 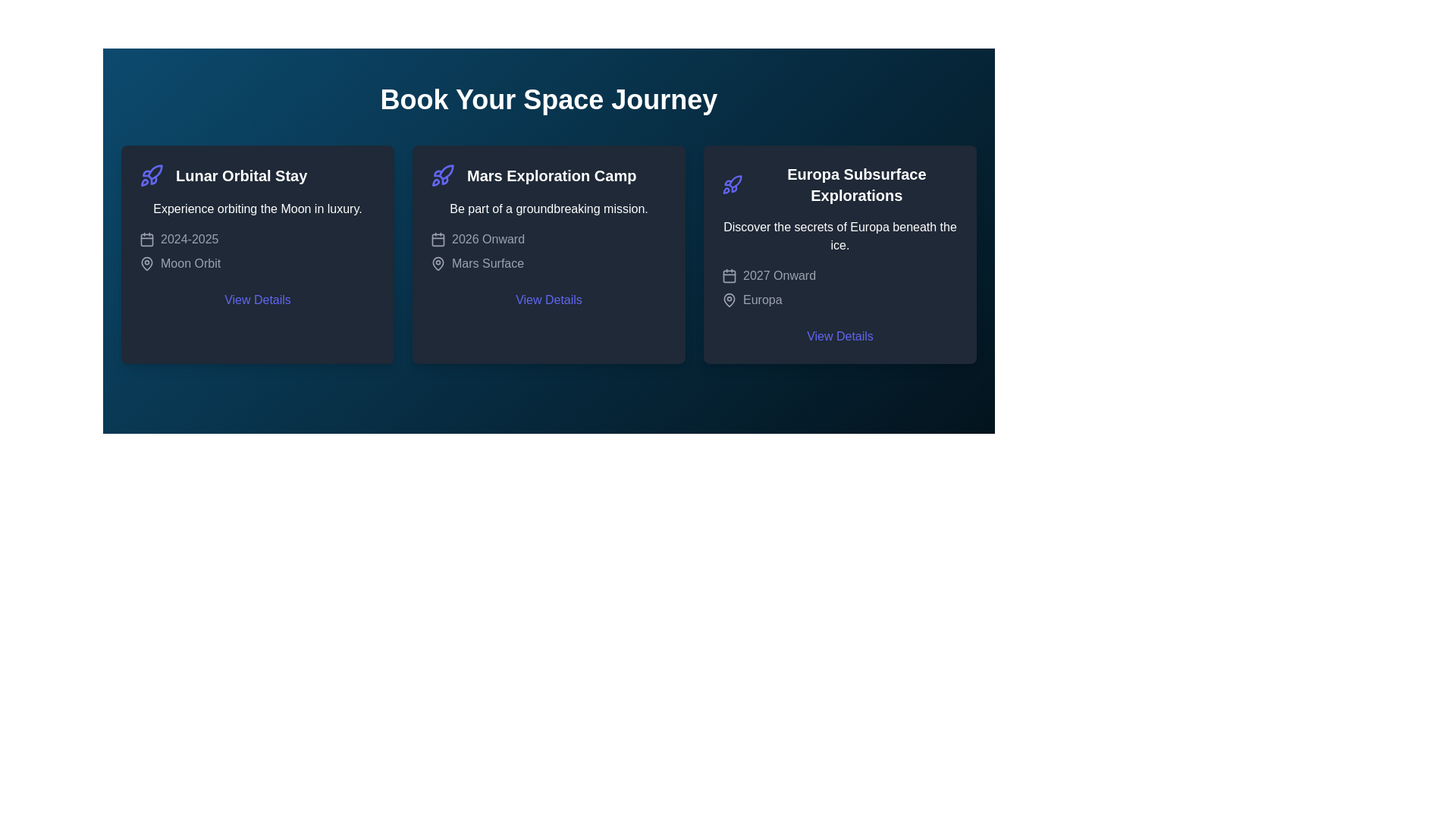 What do you see at coordinates (548, 174) in the screenshot?
I see `text of the heading element that features an indigo rocket icon and the bold title 'Mars Exploration Camp', located at the top of the middle card among three cards` at bounding box center [548, 174].